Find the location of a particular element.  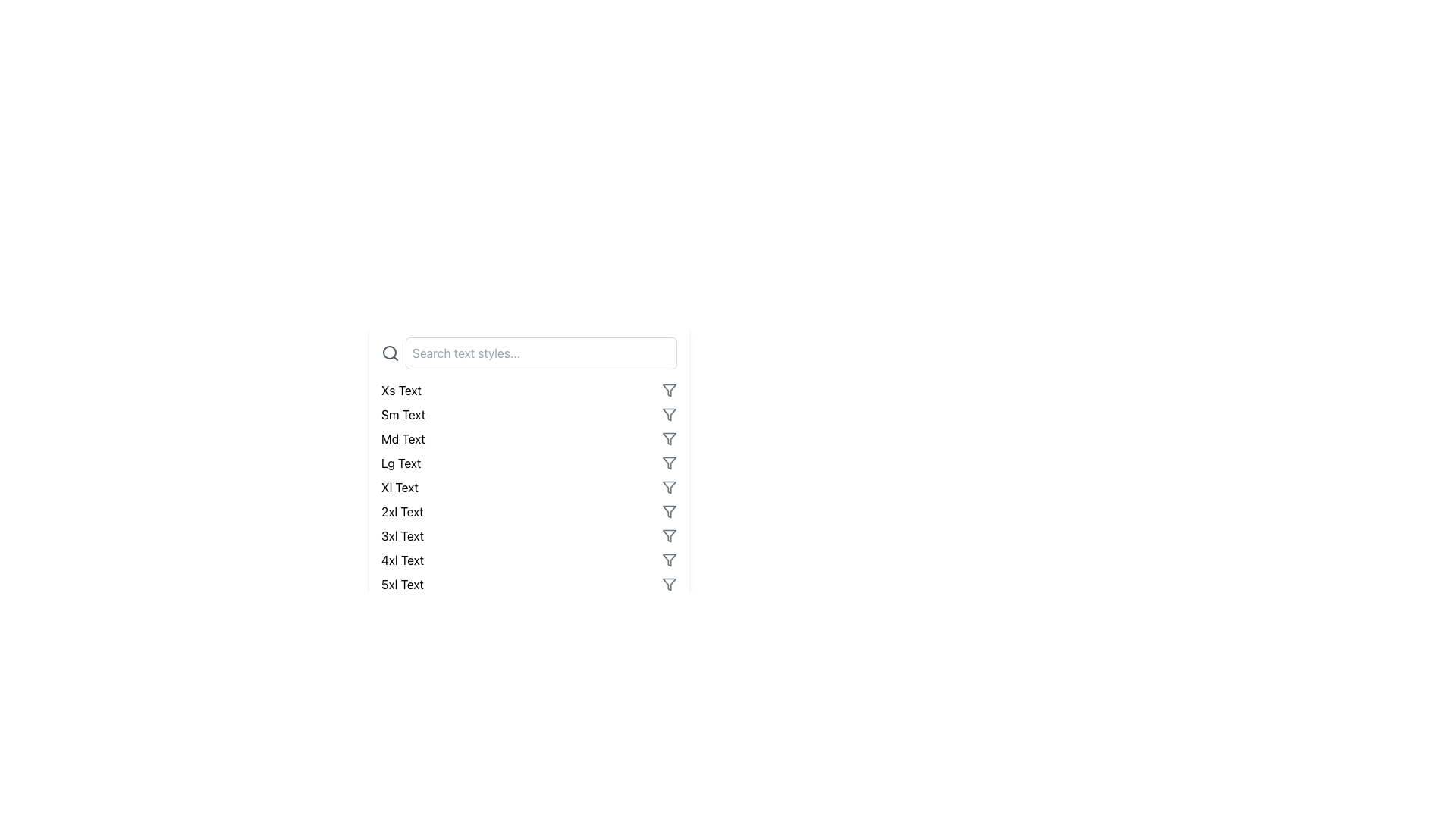

the 'xs Text' label is located at coordinates (401, 390).